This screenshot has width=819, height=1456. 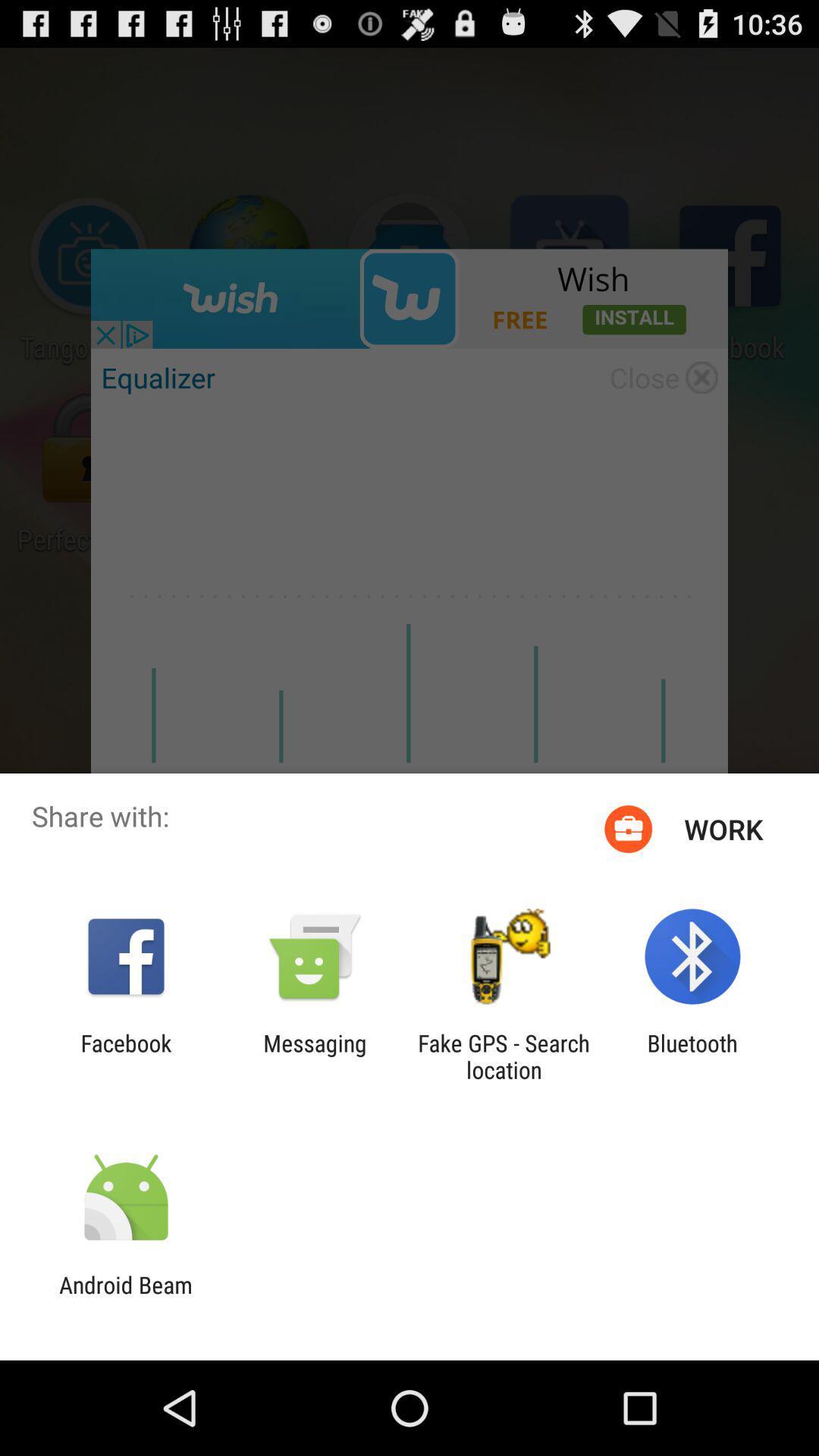 I want to click on the item next to messaging app, so click(x=504, y=1056).